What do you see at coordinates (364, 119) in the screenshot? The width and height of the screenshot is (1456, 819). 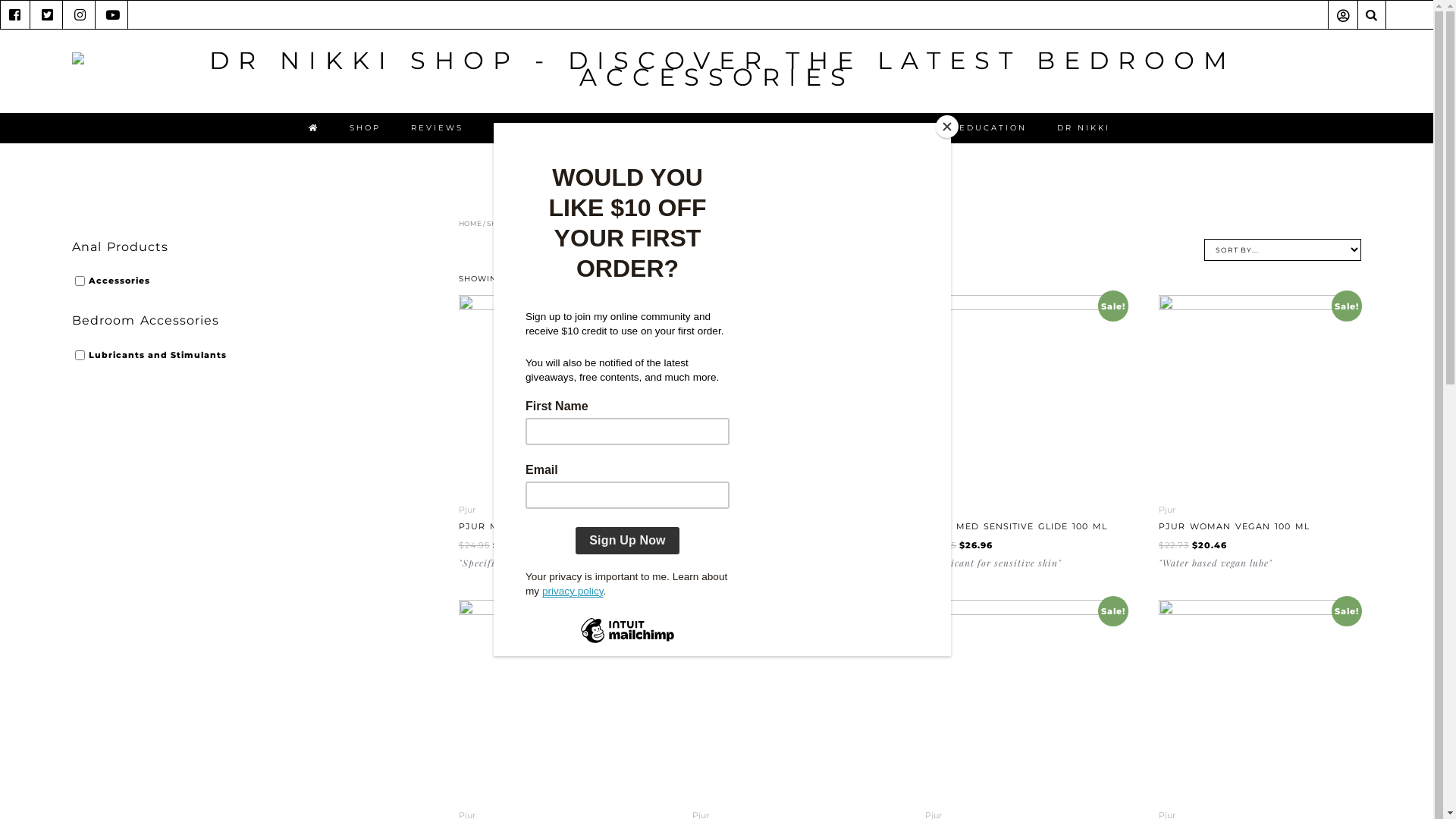 I see `'SHOP'` at bounding box center [364, 119].